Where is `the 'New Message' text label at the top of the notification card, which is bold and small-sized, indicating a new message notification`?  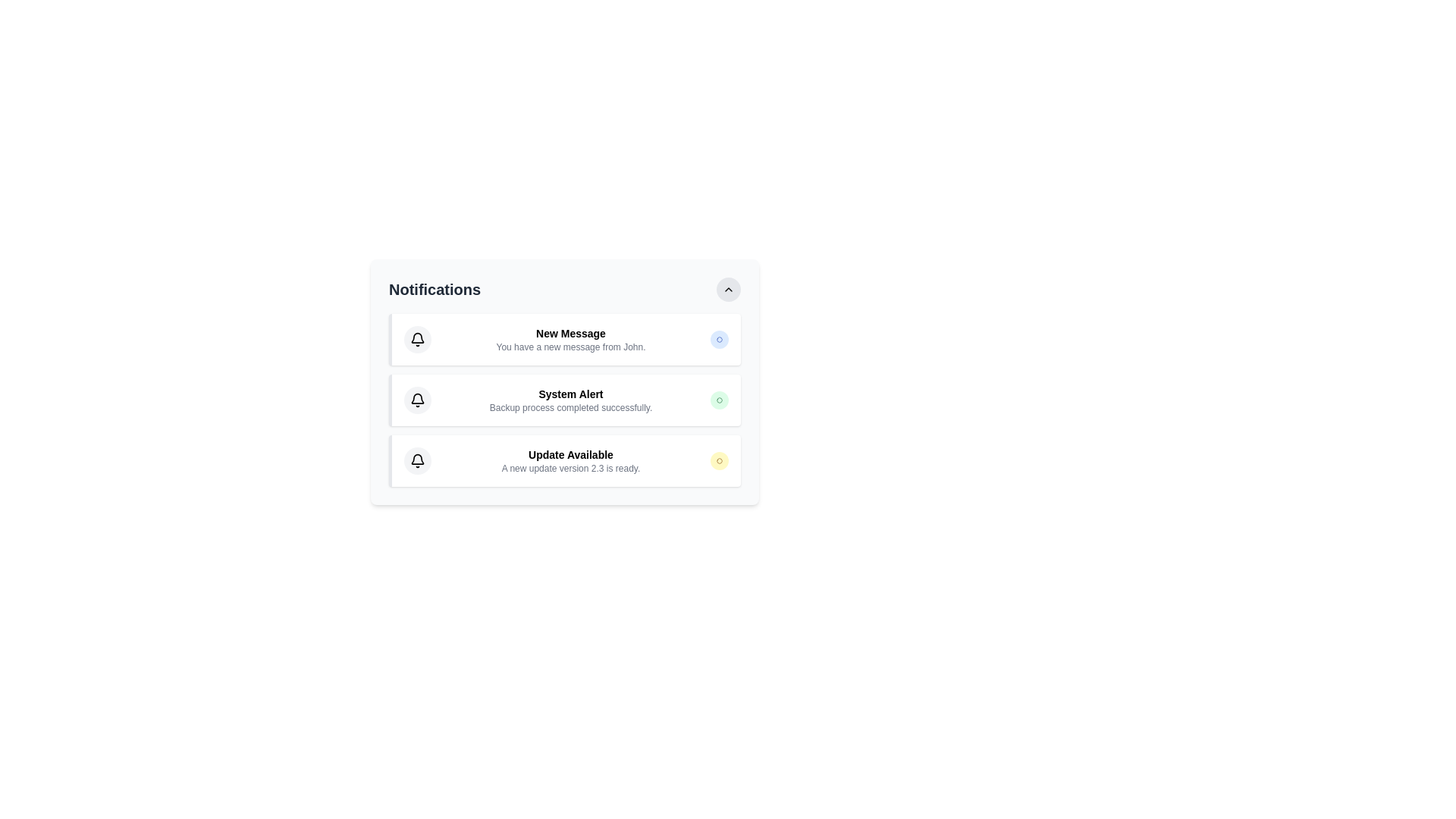
the 'New Message' text label at the top of the notification card, which is bold and small-sized, indicating a new message notification is located at coordinates (570, 332).